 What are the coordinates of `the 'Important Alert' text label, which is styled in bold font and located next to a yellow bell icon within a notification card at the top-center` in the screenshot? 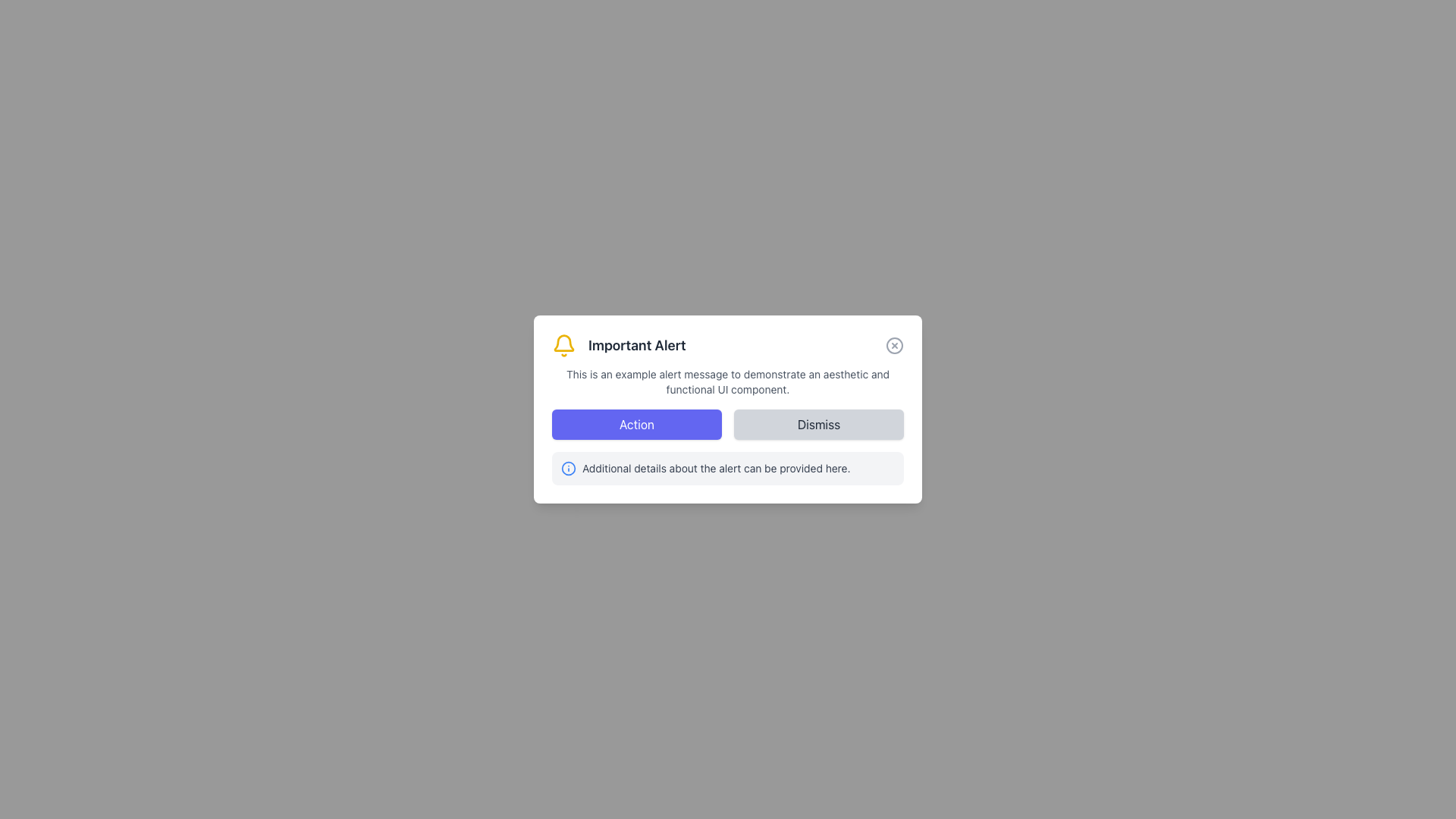 It's located at (619, 345).